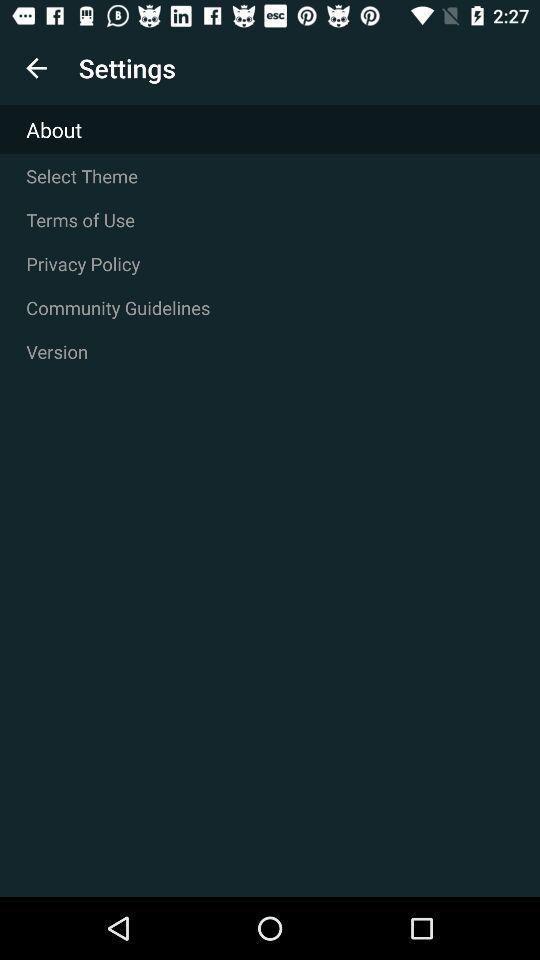 The width and height of the screenshot is (540, 960). I want to click on item above the about item, so click(36, 68).